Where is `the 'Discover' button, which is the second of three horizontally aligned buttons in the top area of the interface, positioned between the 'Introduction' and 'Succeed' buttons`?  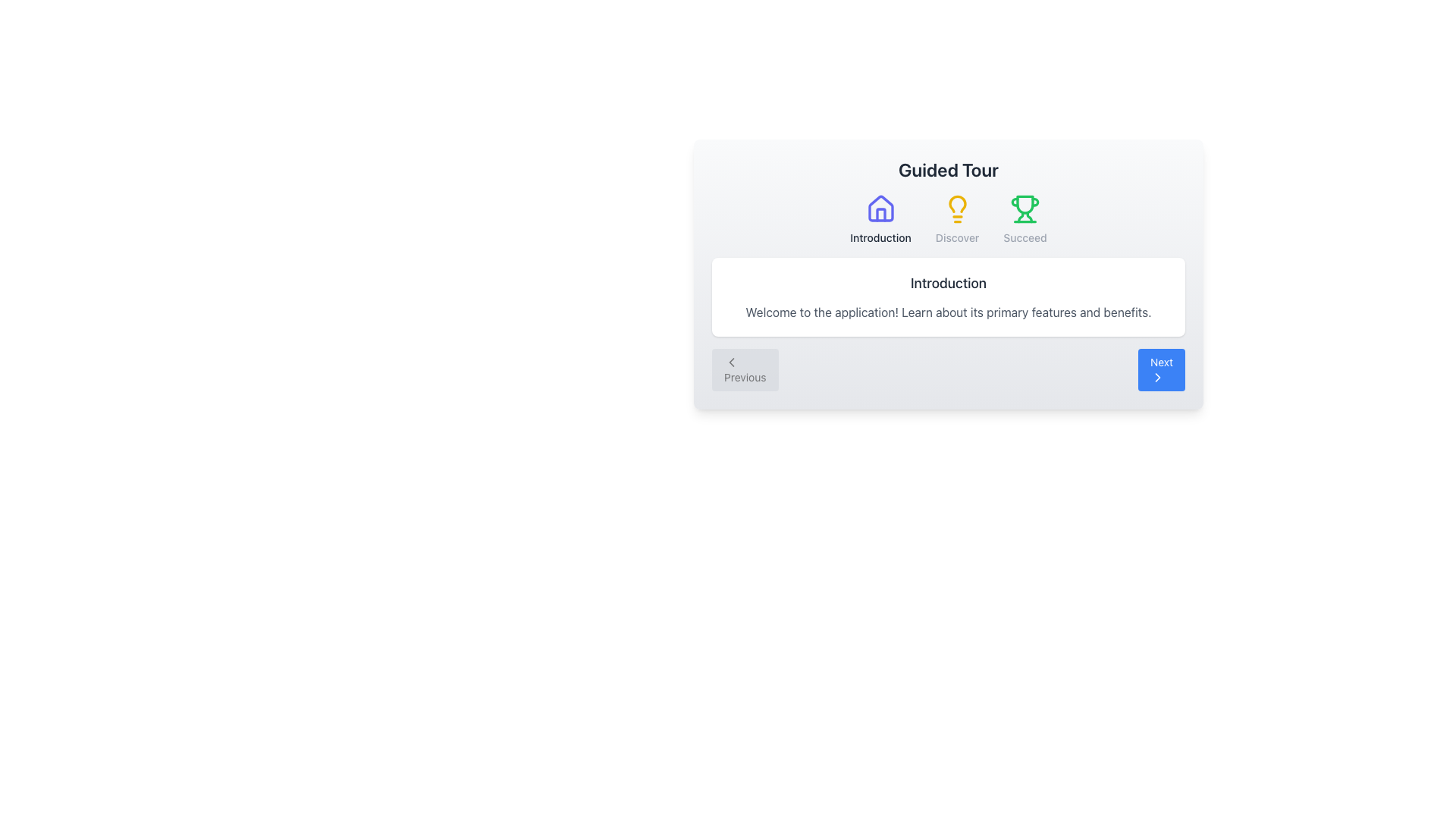 the 'Discover' button, which is the second of three horizontally aligned buttons in the top area of the interface, positioned between the 'Introduction' and 'Succeed' buttons is located at coordinates (956, 219).